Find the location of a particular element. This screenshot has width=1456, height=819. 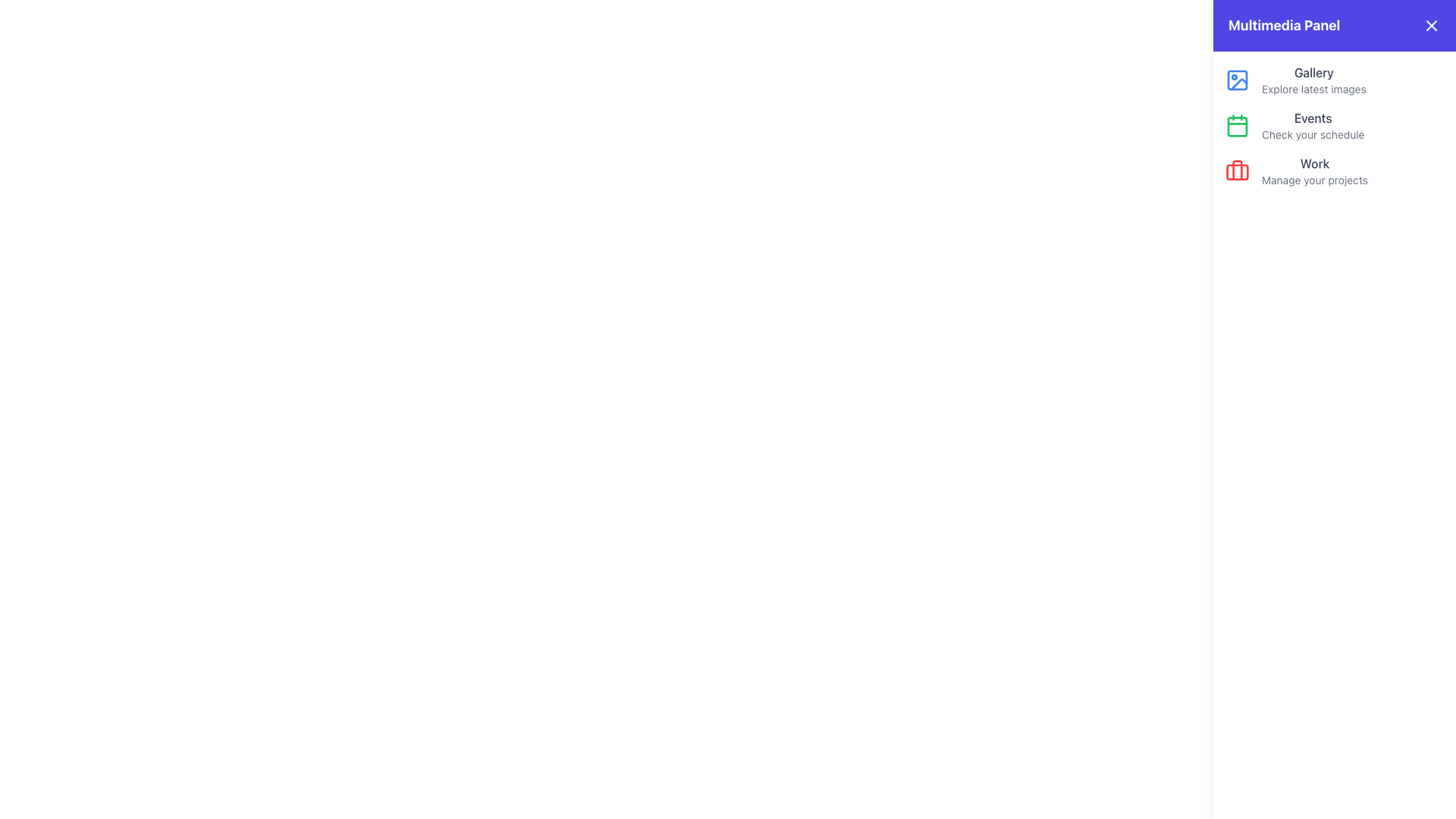

the second list item in the Multimedia Panel, which features a green calendar icon and the text 'Events' and 'Check your schedule' is located at coordinates (1335, 124).